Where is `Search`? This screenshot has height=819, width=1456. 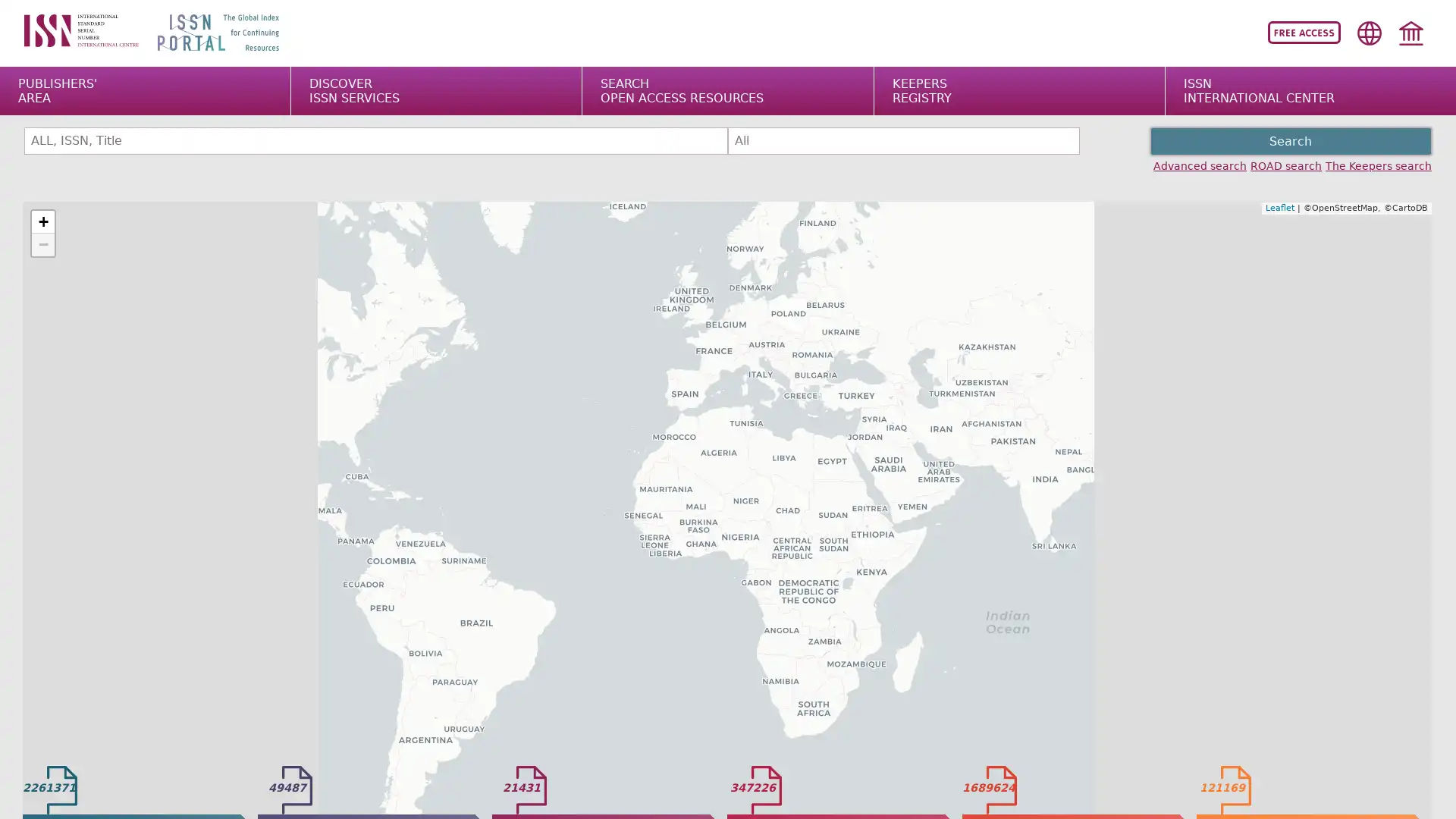
Search is located at coordinates (1290, 141).